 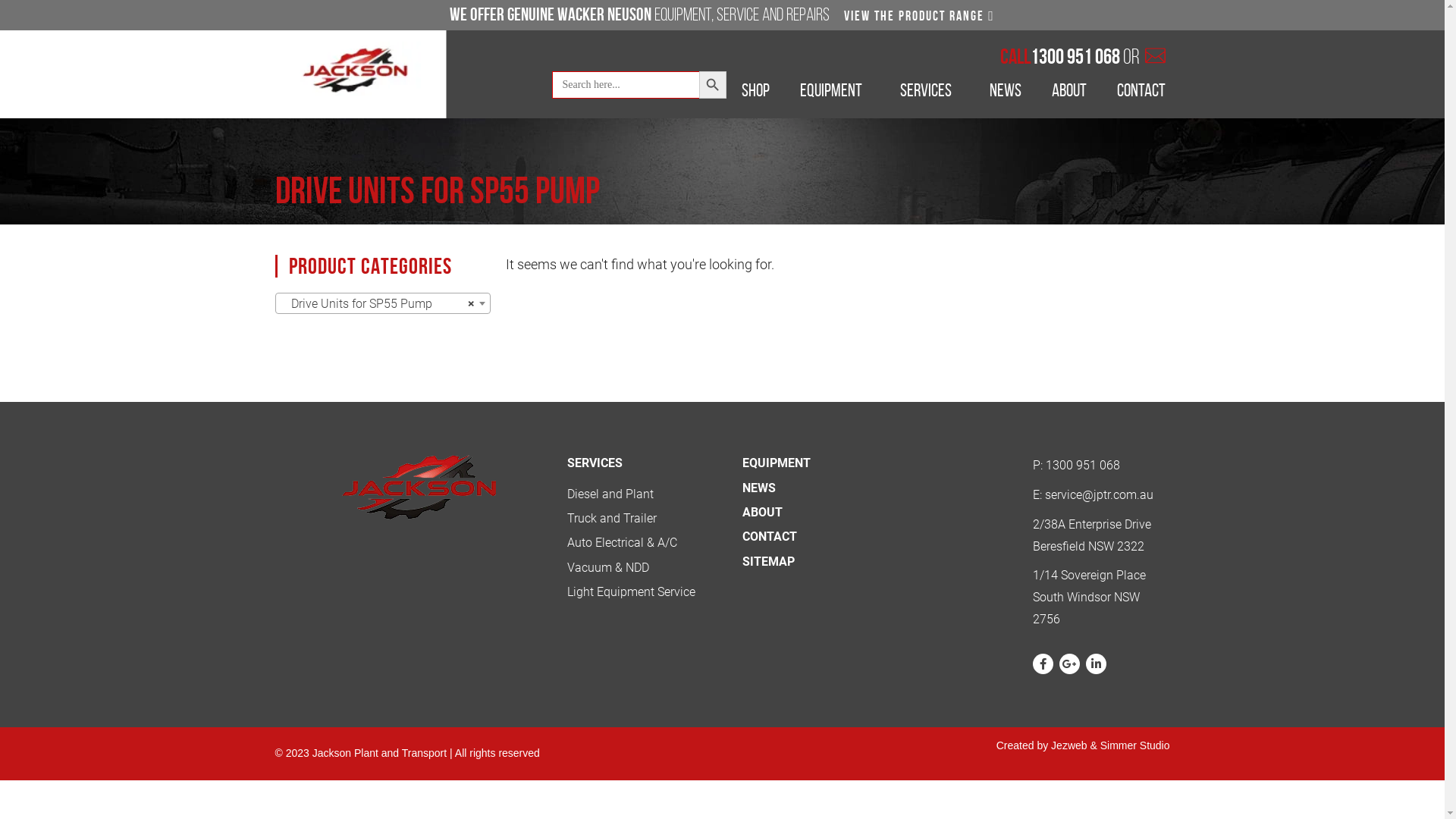 I want to click on '1/14 Sovereign Place South Windsor NSW 2756', so click(x=1095, y=596).